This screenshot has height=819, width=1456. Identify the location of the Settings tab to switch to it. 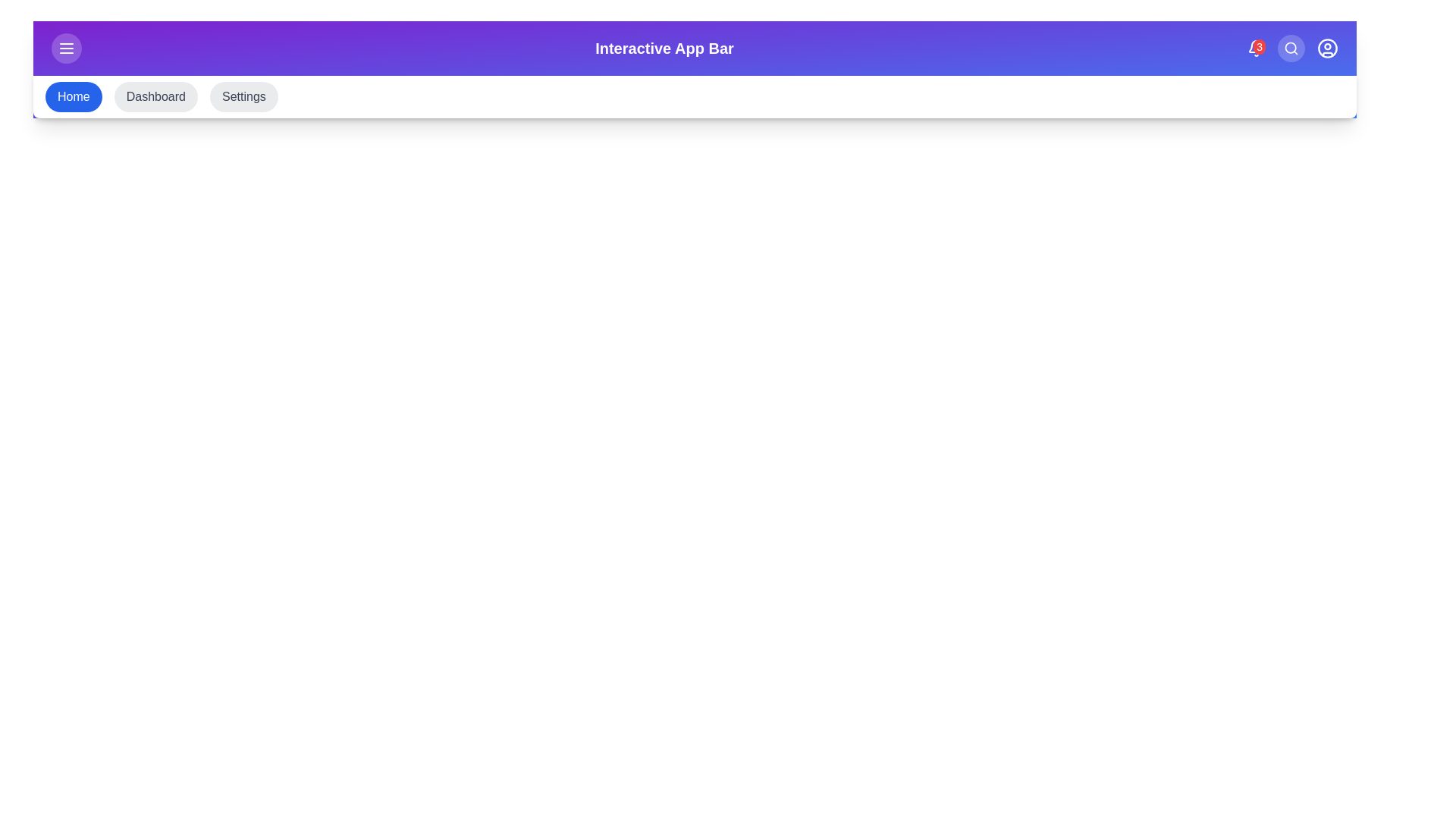
(243, 96).